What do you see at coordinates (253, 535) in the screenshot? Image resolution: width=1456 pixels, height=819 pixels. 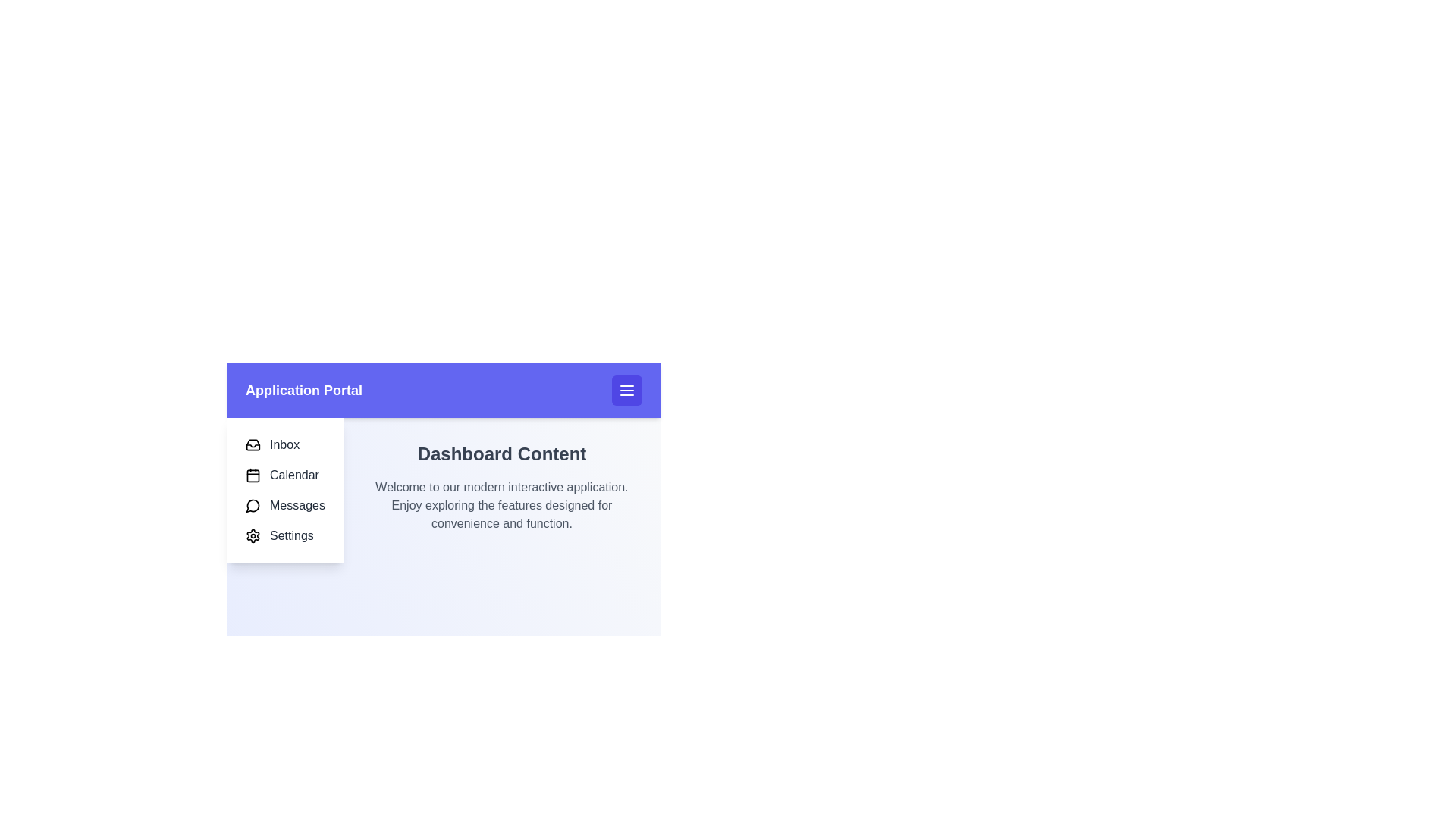 I see `the gear icon located to the left of the 'Settings' text in the vertical menu` at bounding box center [253, 535].